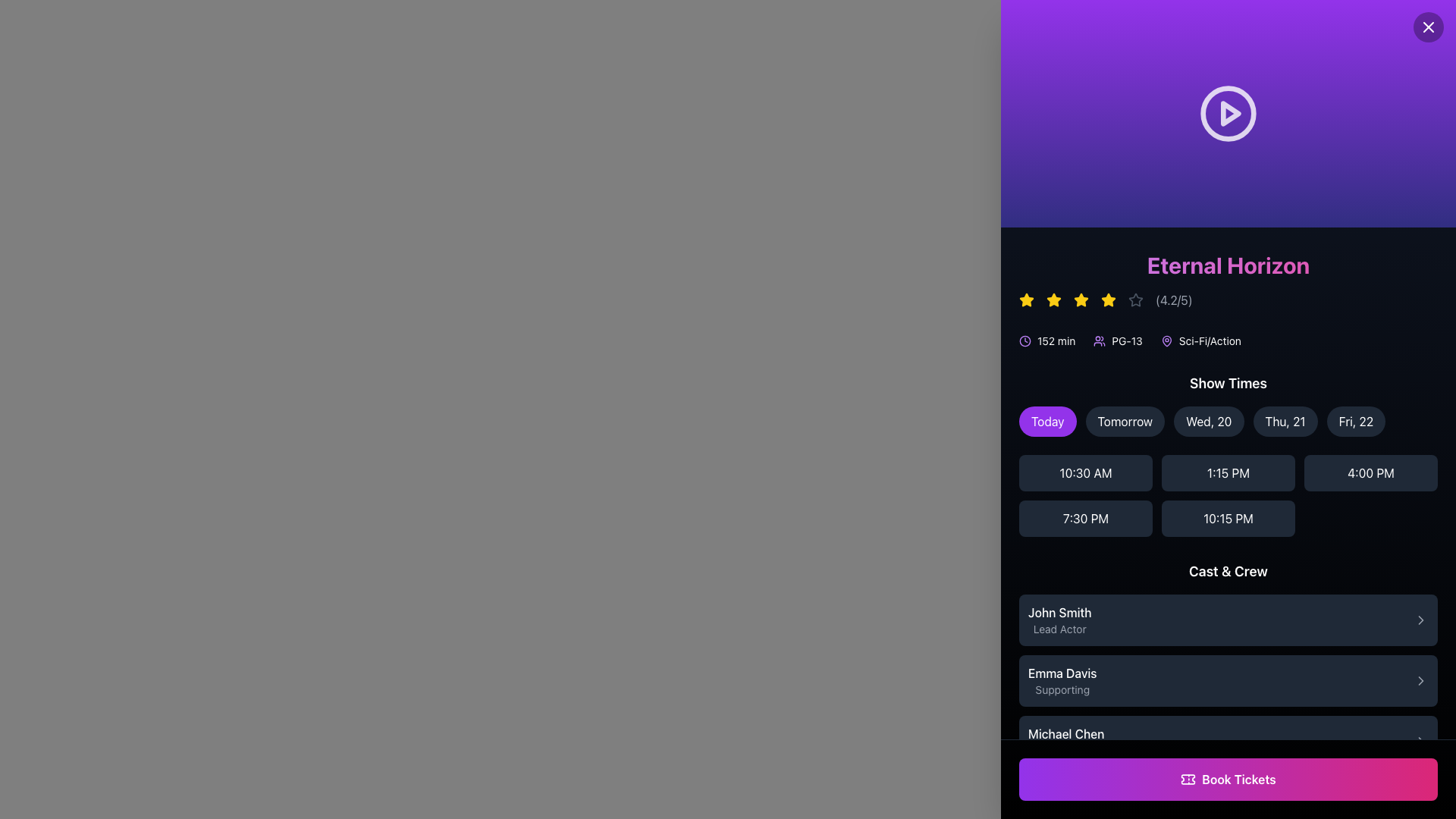  I want to click on the Label with icon displaying '152 min' and a clock icon located beneath the rating stars and movie title 'Eternal Horizon', so click(1046, 341).